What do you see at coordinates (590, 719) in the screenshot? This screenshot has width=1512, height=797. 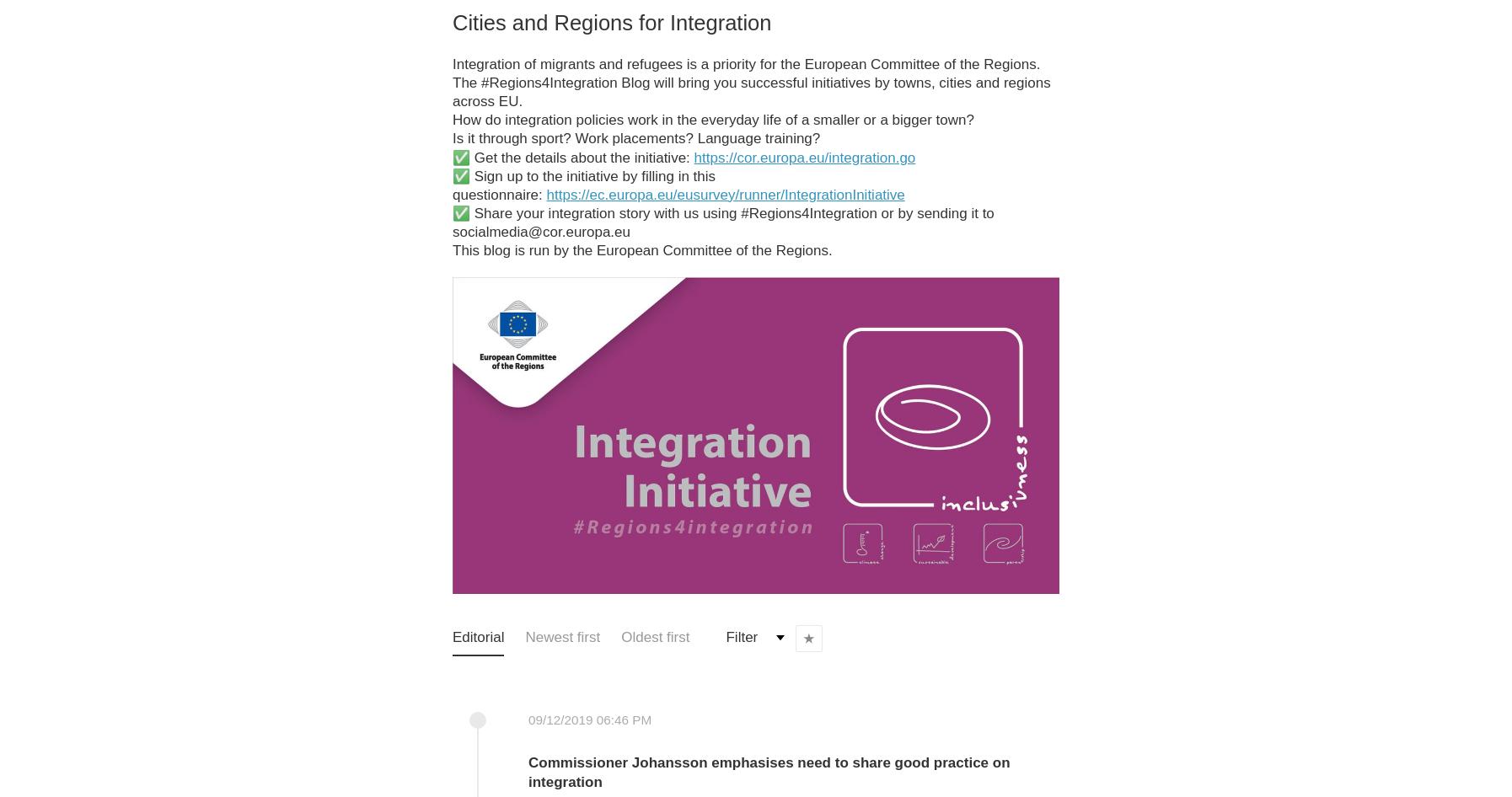 I see `'09/12/2019 06:46 PM'` at bounding box center [590, 719].